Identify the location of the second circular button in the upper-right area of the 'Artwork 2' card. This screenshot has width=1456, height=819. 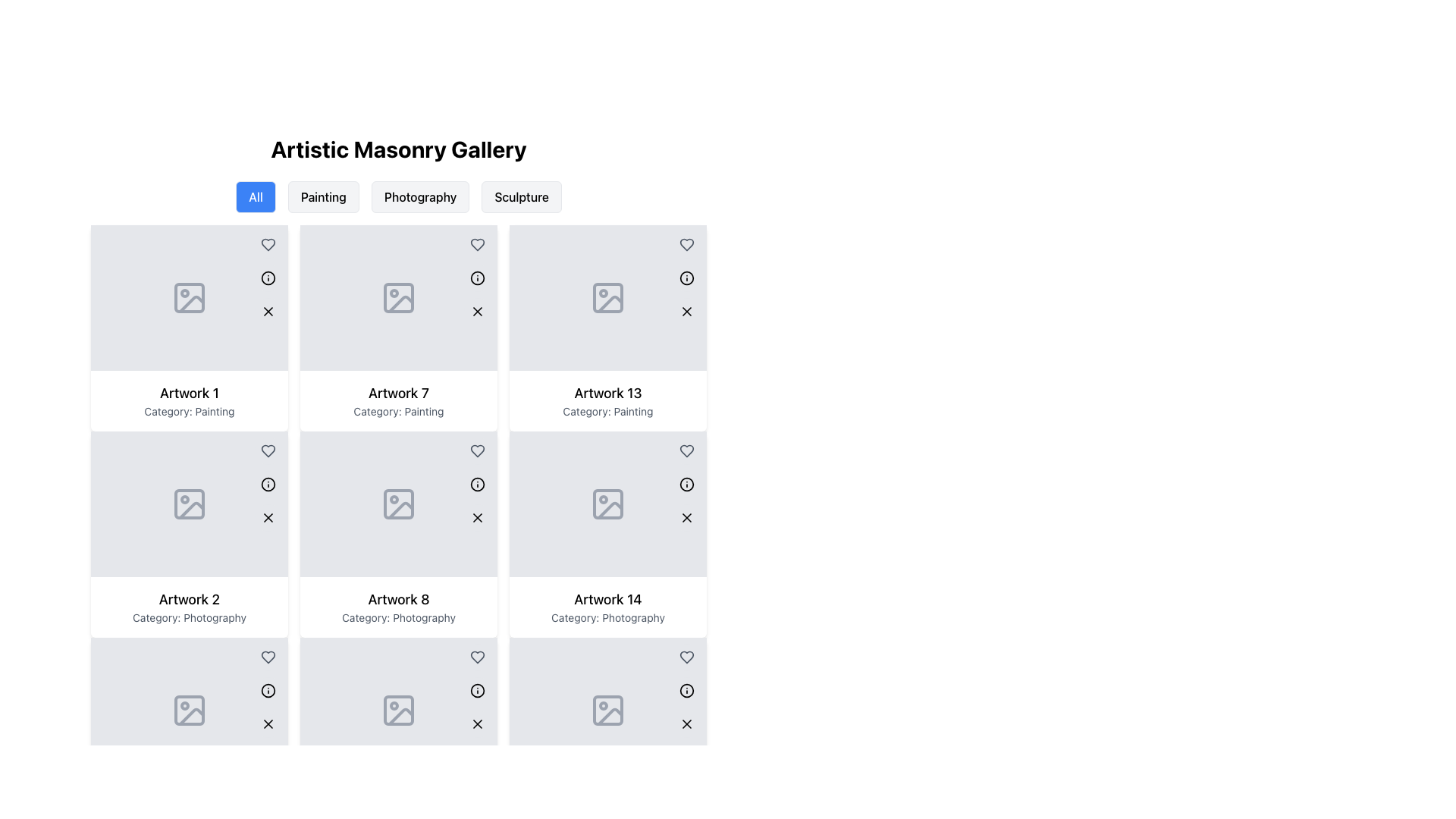
(268, 485).